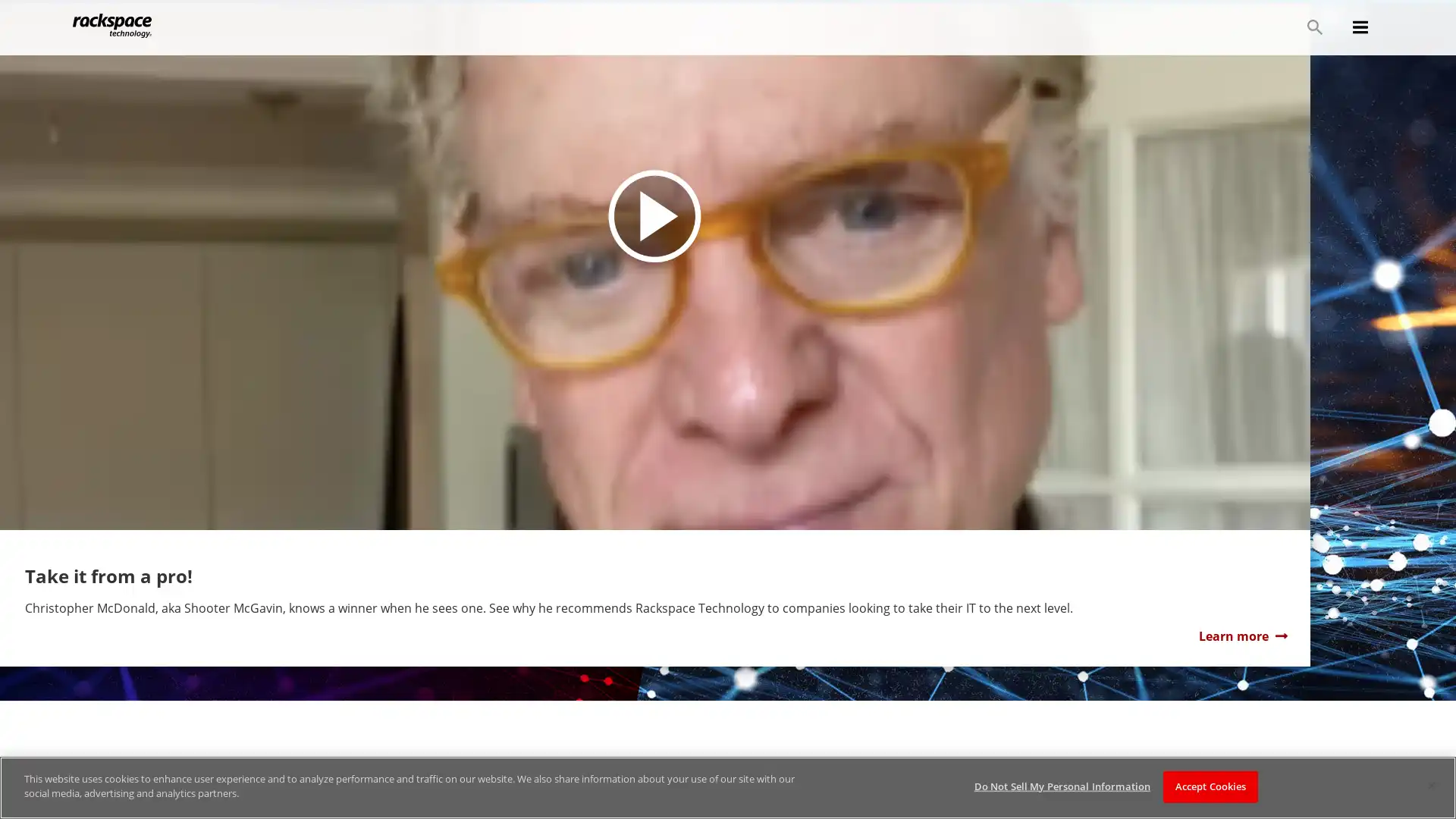 The width and height of the screenshot is (1456, 819). What do you see at coordinates (1430, 785) in the screenshot?
I see `Close` at bounding box center [1430, 785].